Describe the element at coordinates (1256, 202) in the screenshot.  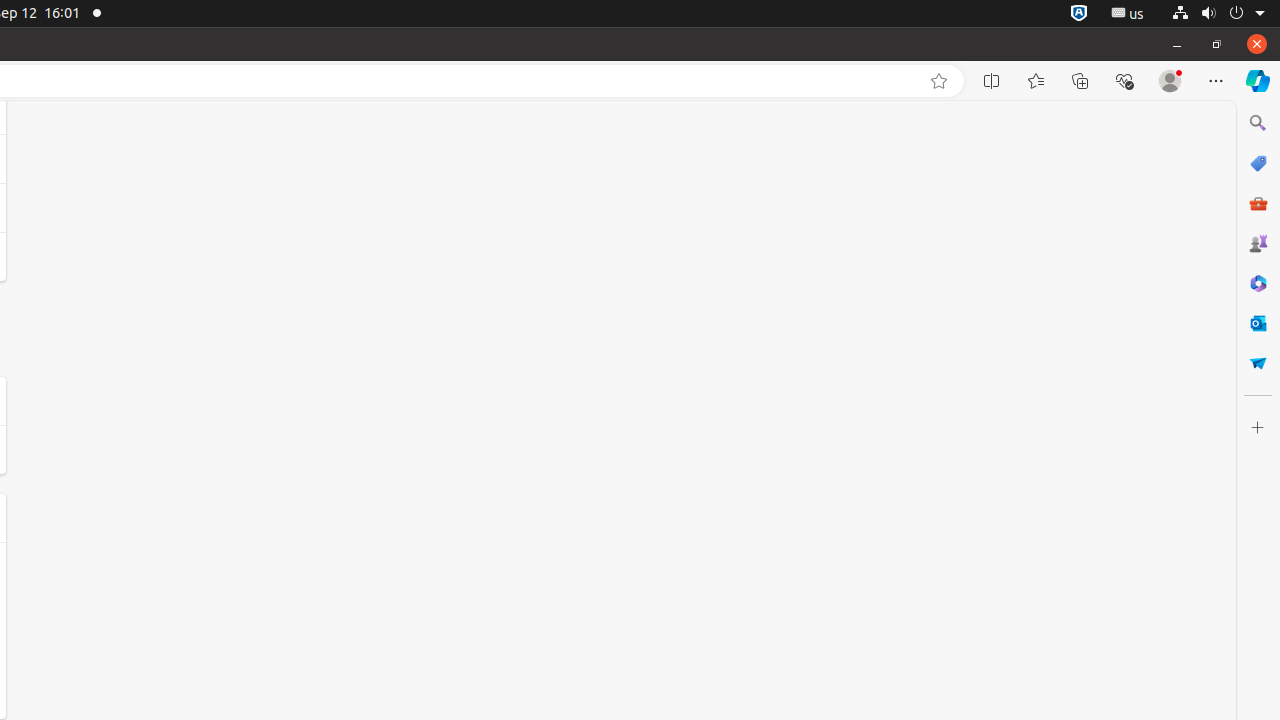
I see `'Tools'` at that location.